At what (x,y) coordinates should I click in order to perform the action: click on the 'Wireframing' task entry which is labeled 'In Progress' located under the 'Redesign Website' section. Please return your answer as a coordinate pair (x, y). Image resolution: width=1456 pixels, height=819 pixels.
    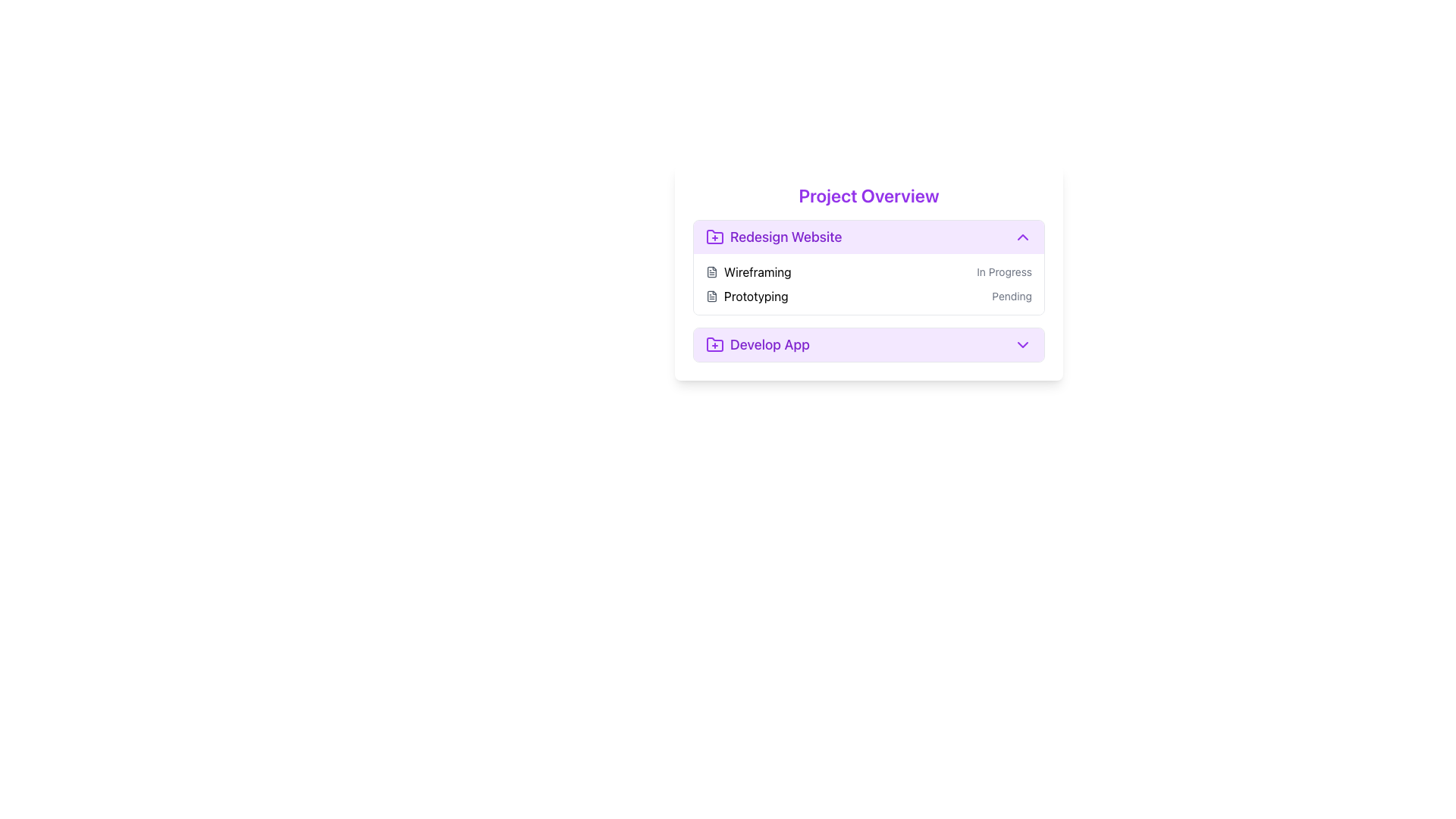
    Looking at the image, I should click on (869, 271).